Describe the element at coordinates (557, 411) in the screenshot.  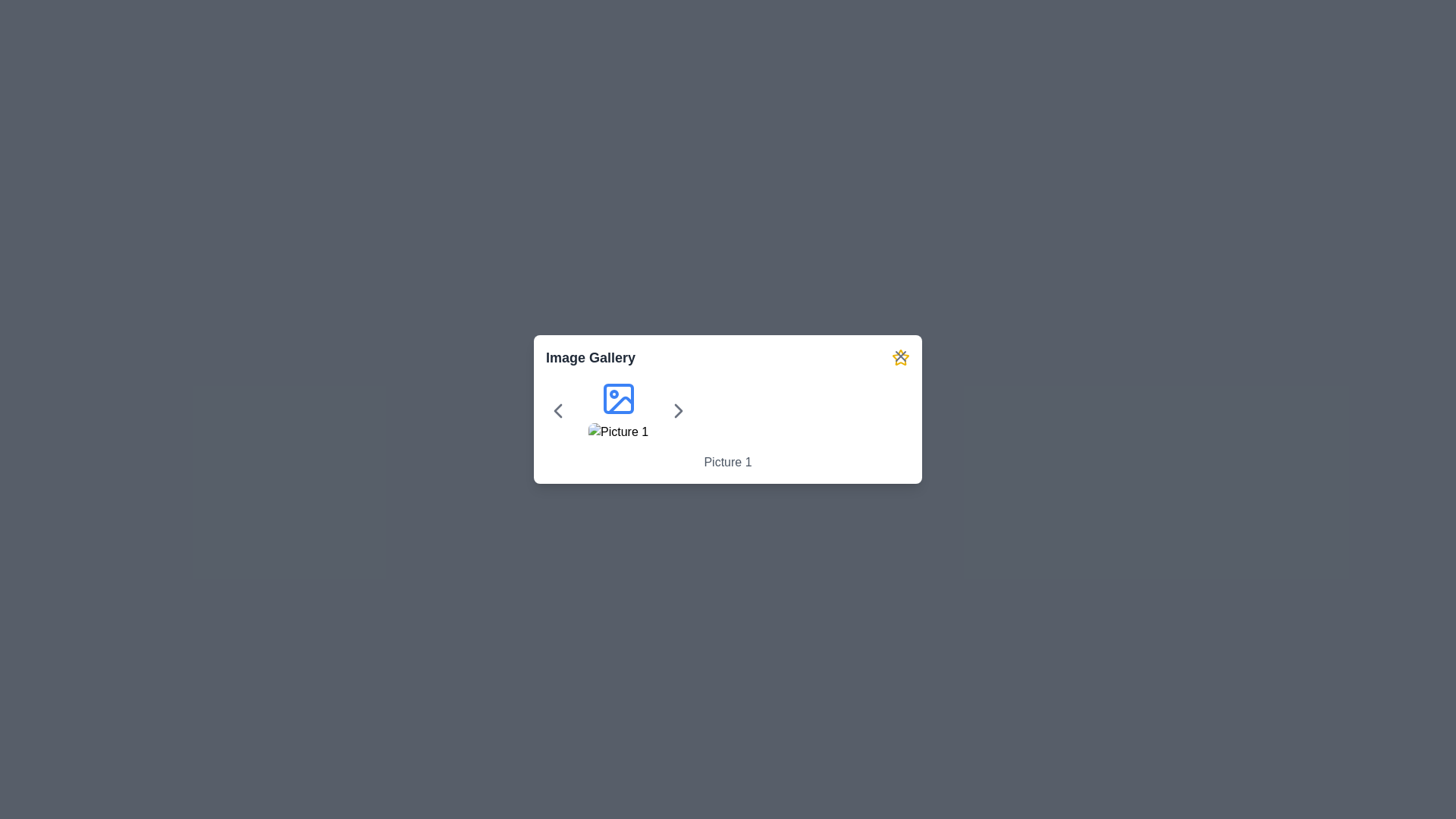
I see `the left chevron icon` at that location.